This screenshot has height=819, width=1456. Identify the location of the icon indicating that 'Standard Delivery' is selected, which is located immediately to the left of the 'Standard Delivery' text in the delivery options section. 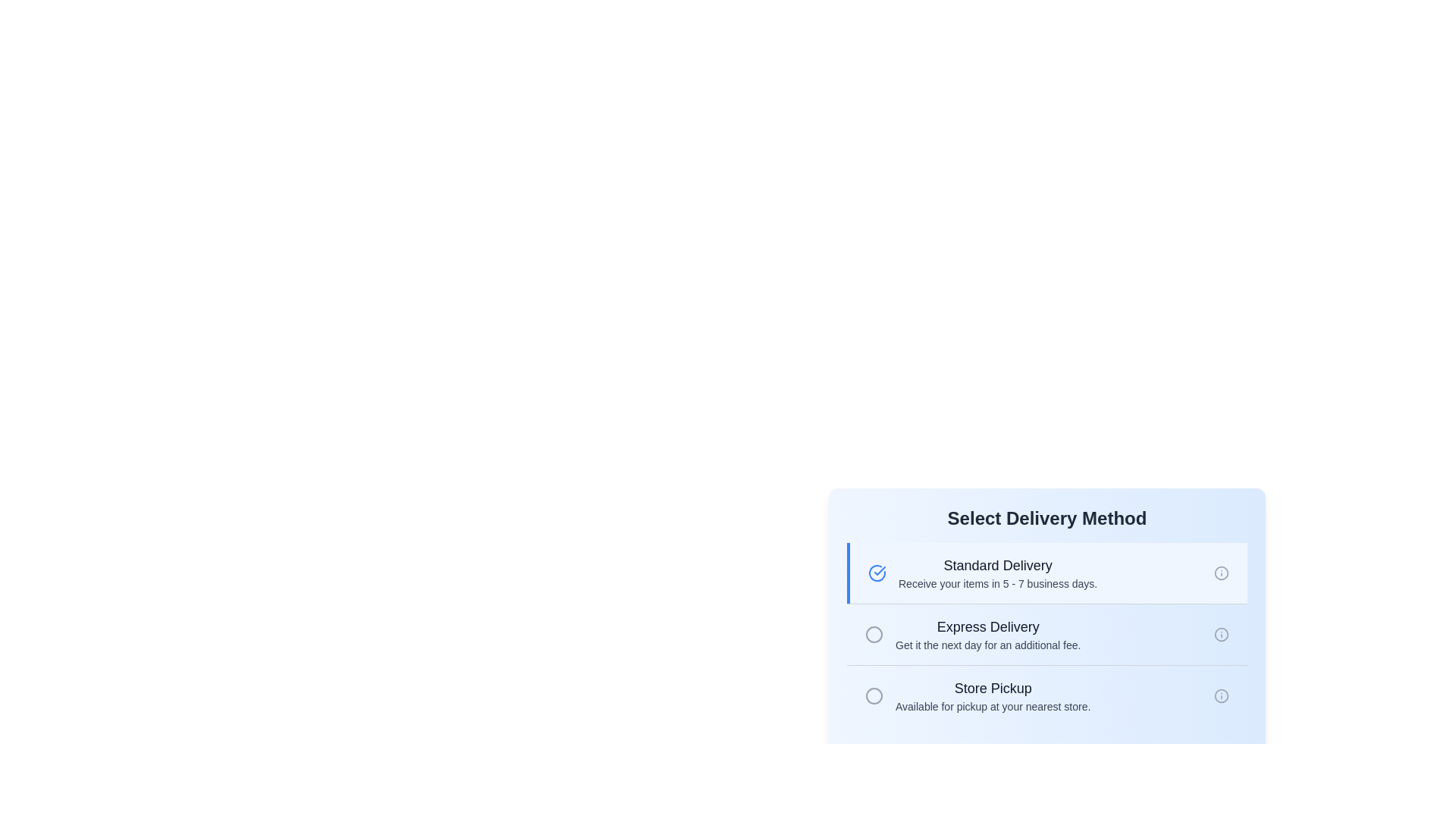
(877, 573).